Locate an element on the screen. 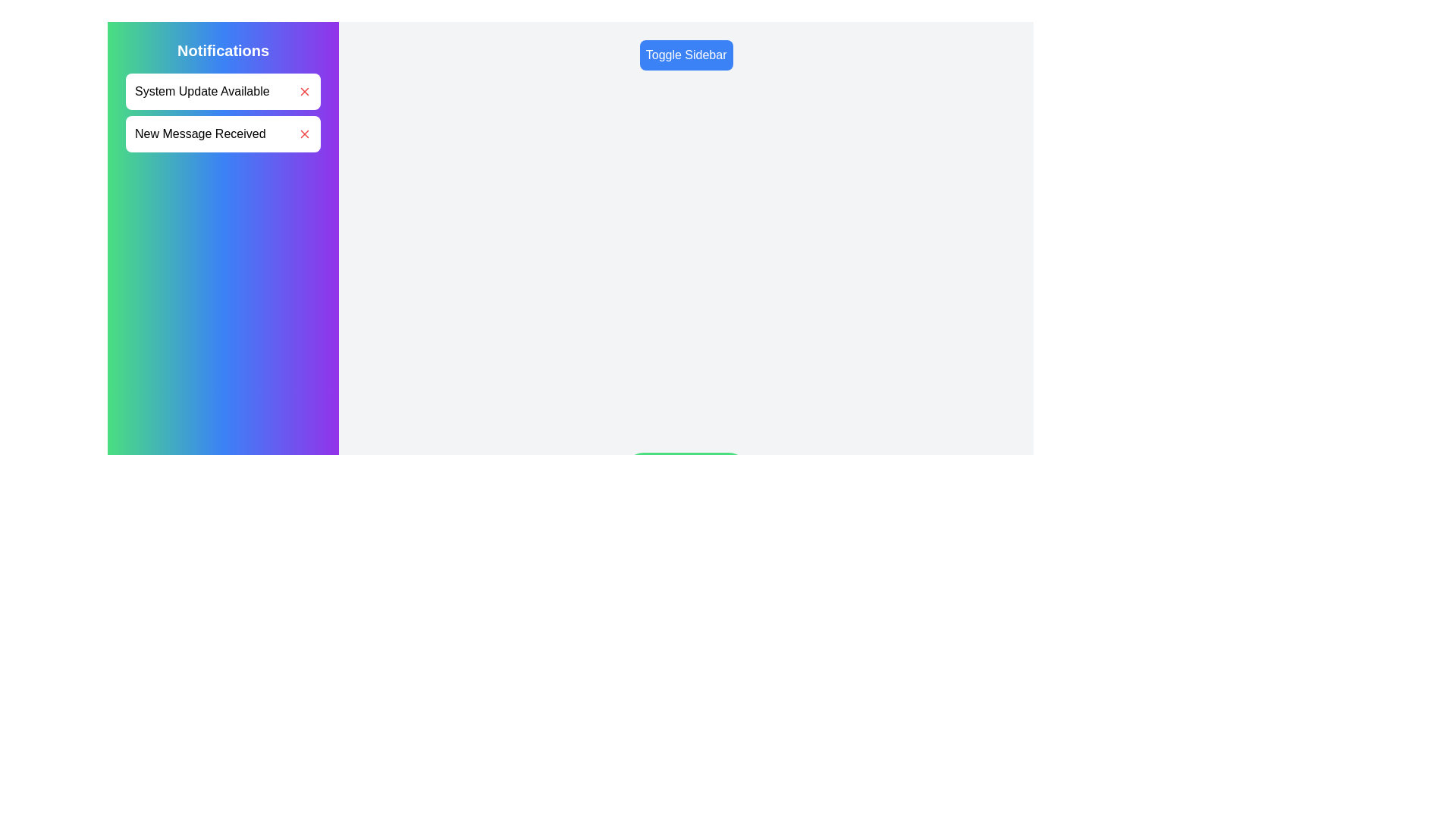 Image resolution: width=1456 pixels, height=819 pixels. the centrally positioned toggle button in the top section of the gray area is located at coordinates (686, 55).